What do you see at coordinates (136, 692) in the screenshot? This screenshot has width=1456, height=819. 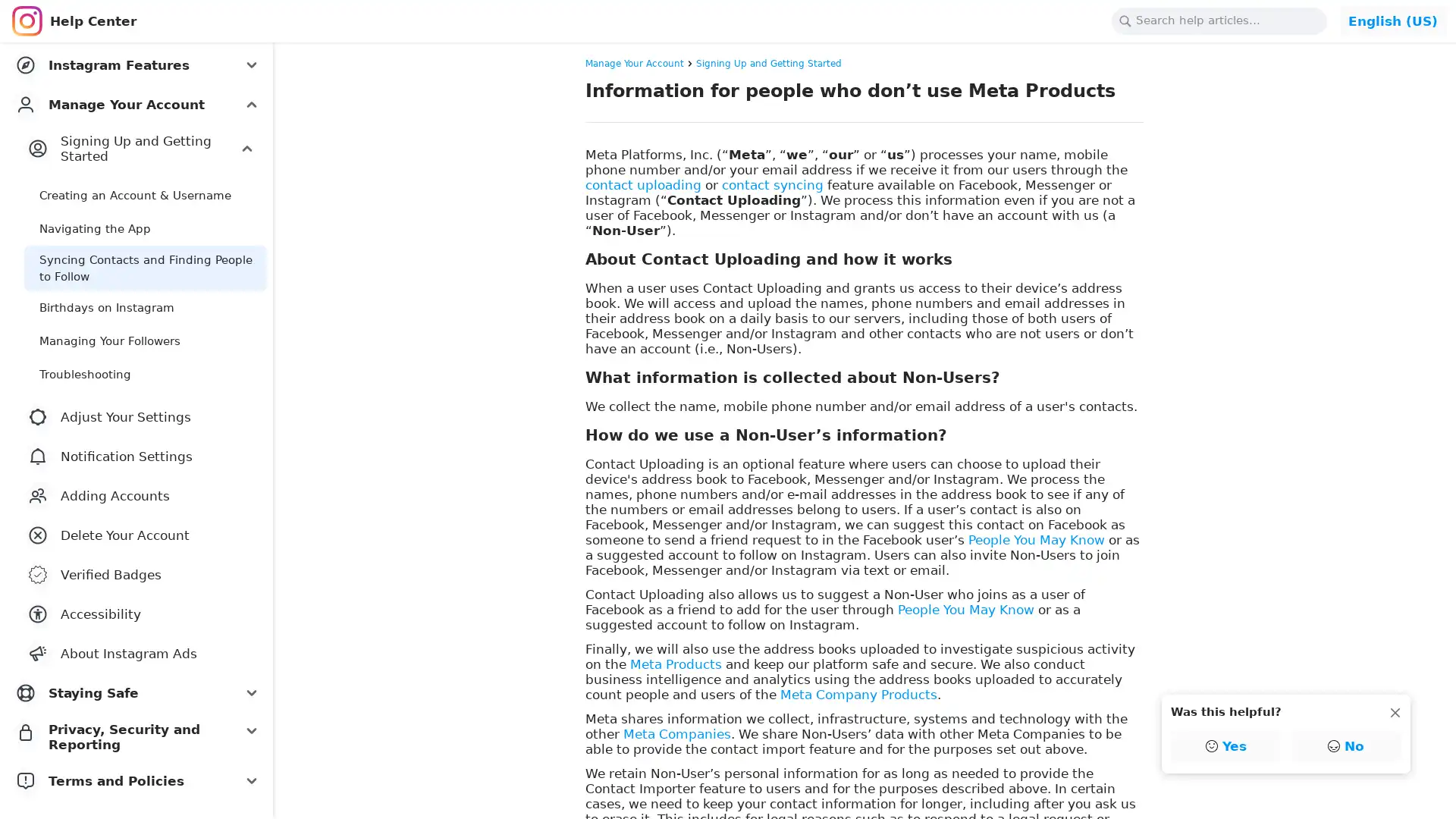 I see `Staying Safe` at bounding box center [136, 692].